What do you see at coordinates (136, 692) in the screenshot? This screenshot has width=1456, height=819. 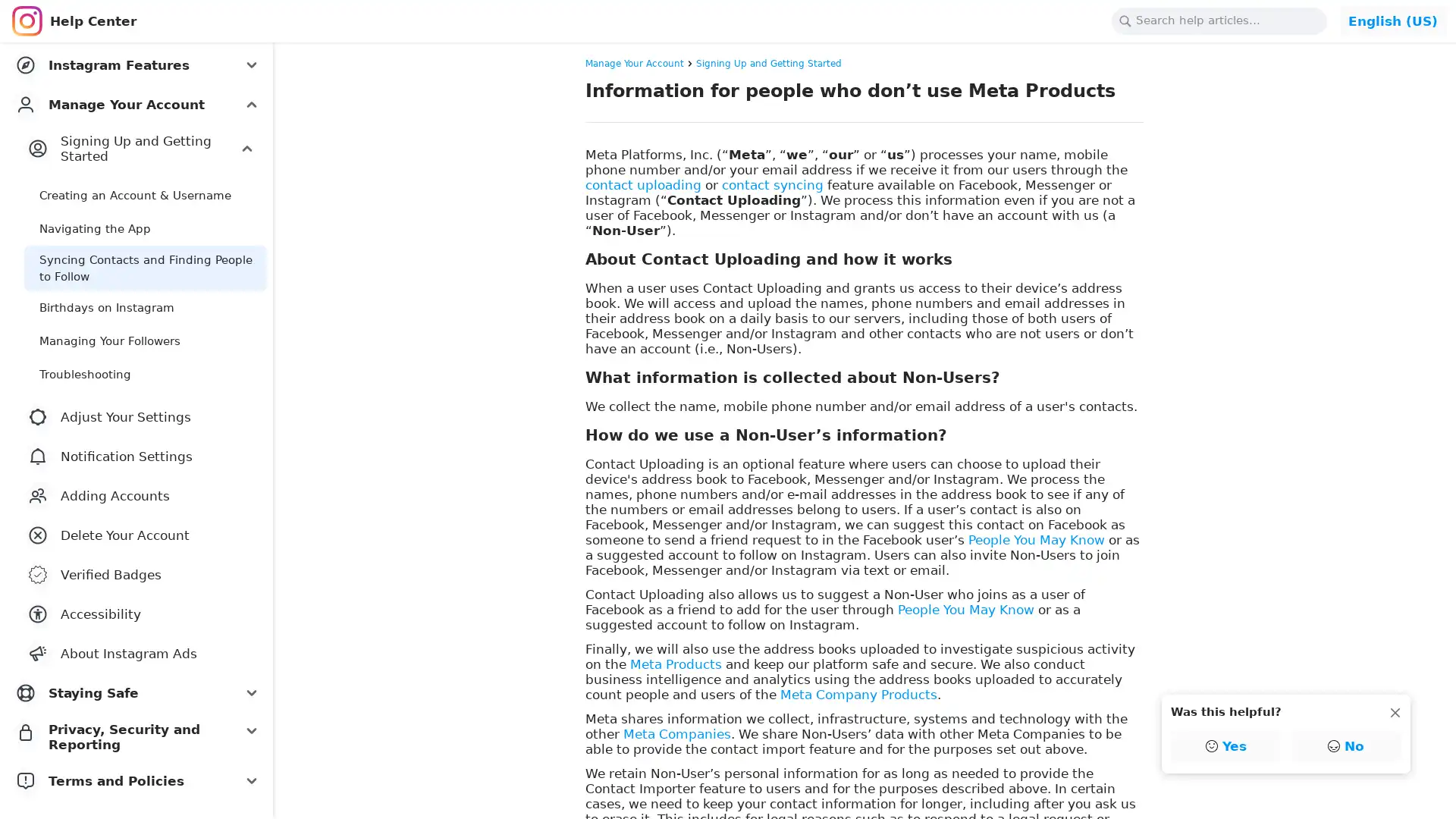 I see `Staying Safe` at bounding box center [136, 692].